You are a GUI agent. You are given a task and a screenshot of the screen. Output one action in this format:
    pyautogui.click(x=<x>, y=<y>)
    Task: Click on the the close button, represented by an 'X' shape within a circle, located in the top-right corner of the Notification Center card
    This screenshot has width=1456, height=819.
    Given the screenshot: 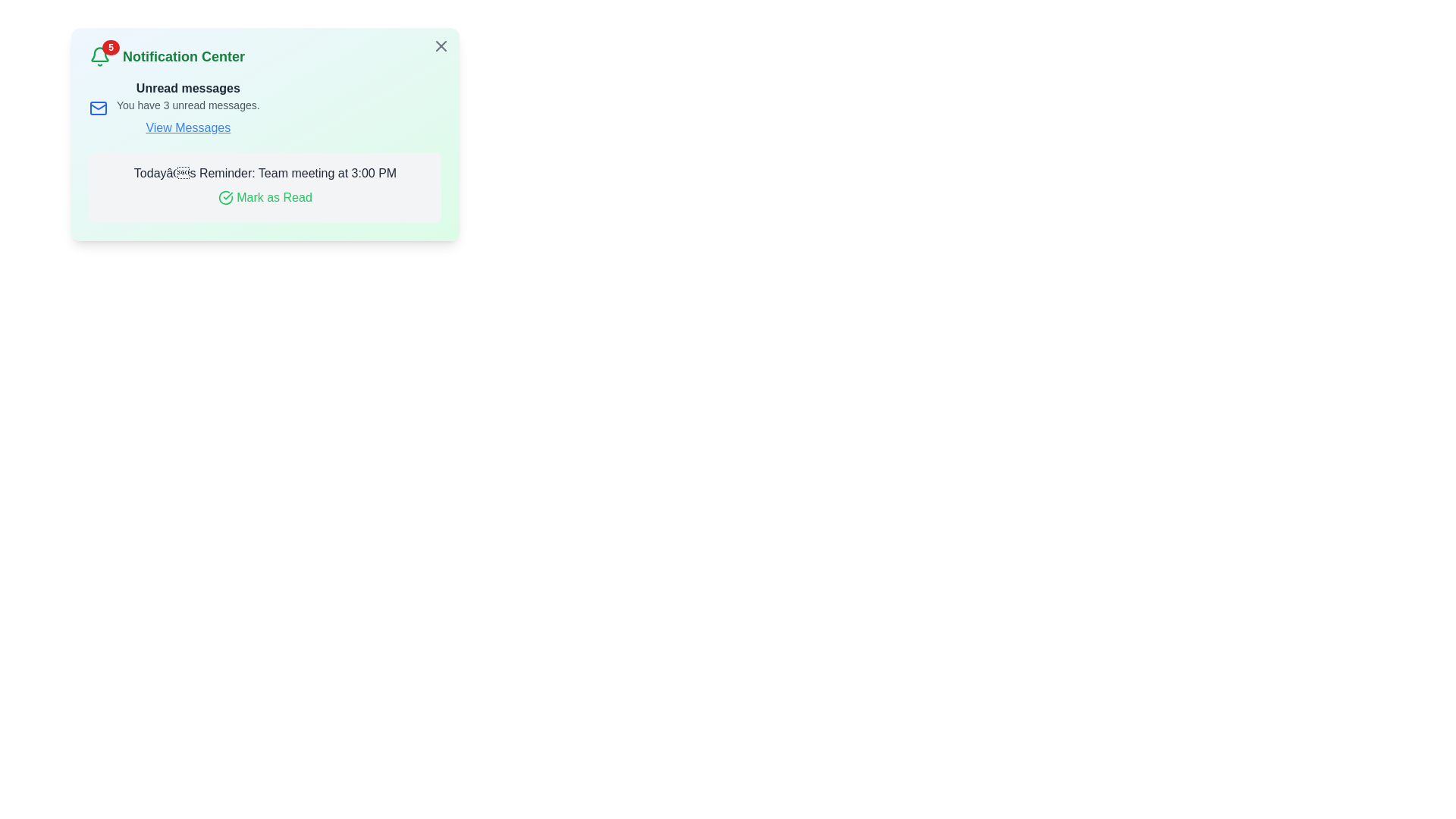 What is the action you would take?
    pyautogui.click(x=440, y=45)
    